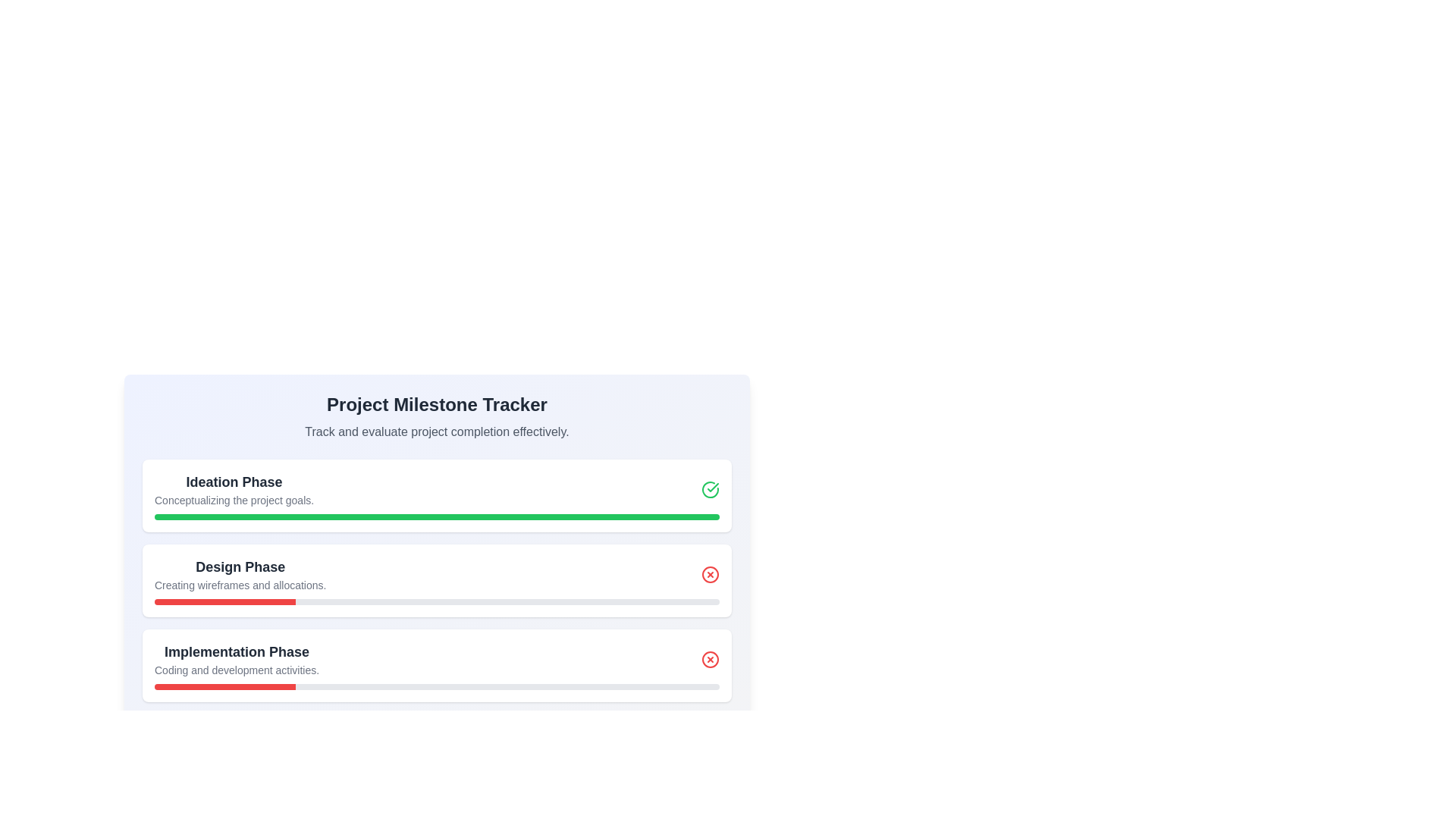 This screenshot has height=819, width=1456. I want to click on the completion icon indicating the successful status of the 'Ideation Phase' stage in the milestone tracker, located on the right end of the section with the title 'Ideation Phase', so click(709, 489).